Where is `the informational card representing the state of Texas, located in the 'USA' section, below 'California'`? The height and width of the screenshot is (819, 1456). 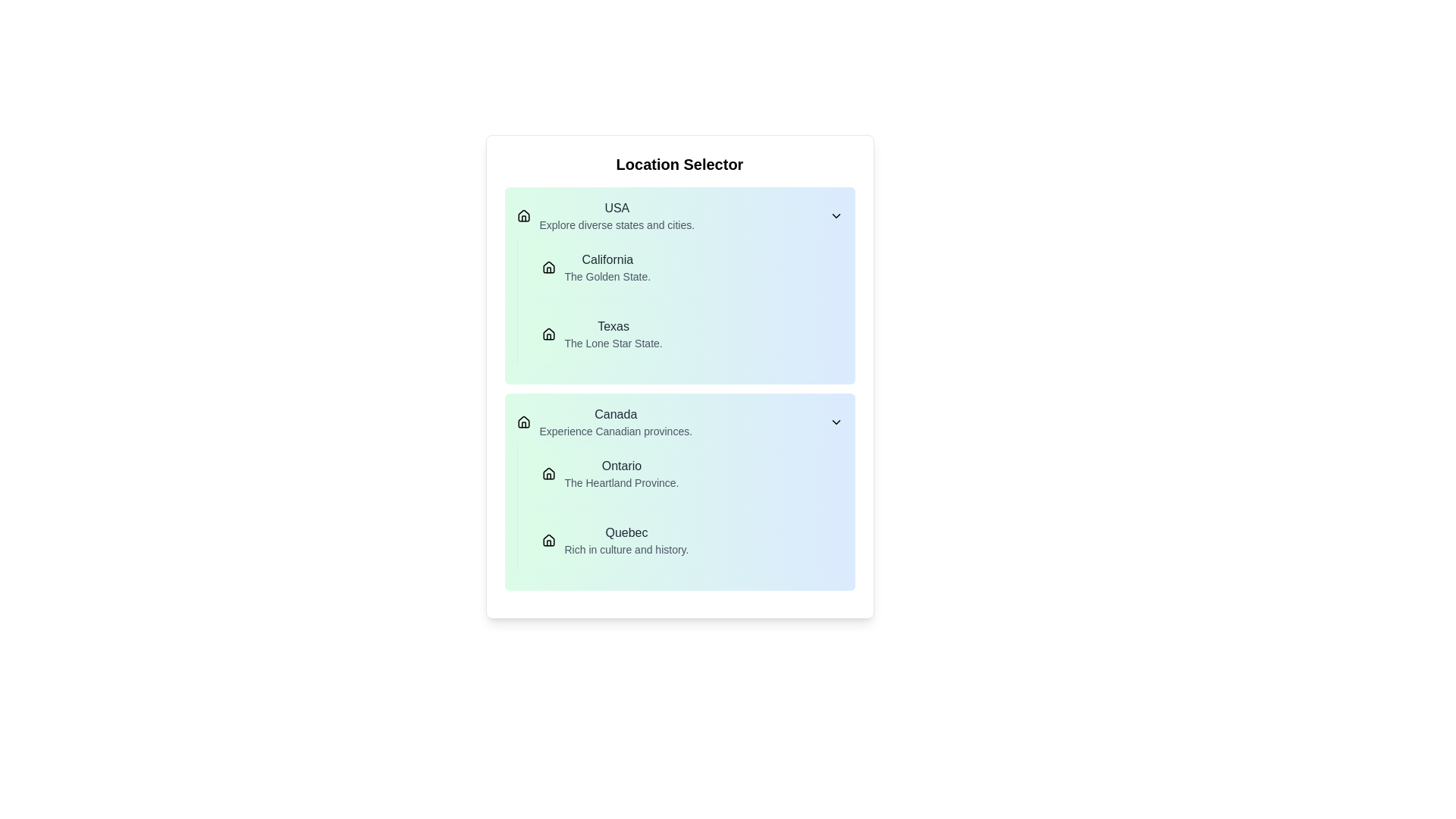
the informational card representing the state of Texas, located in the 'USA' section, below 'California' is located at coordinates (686, 333).